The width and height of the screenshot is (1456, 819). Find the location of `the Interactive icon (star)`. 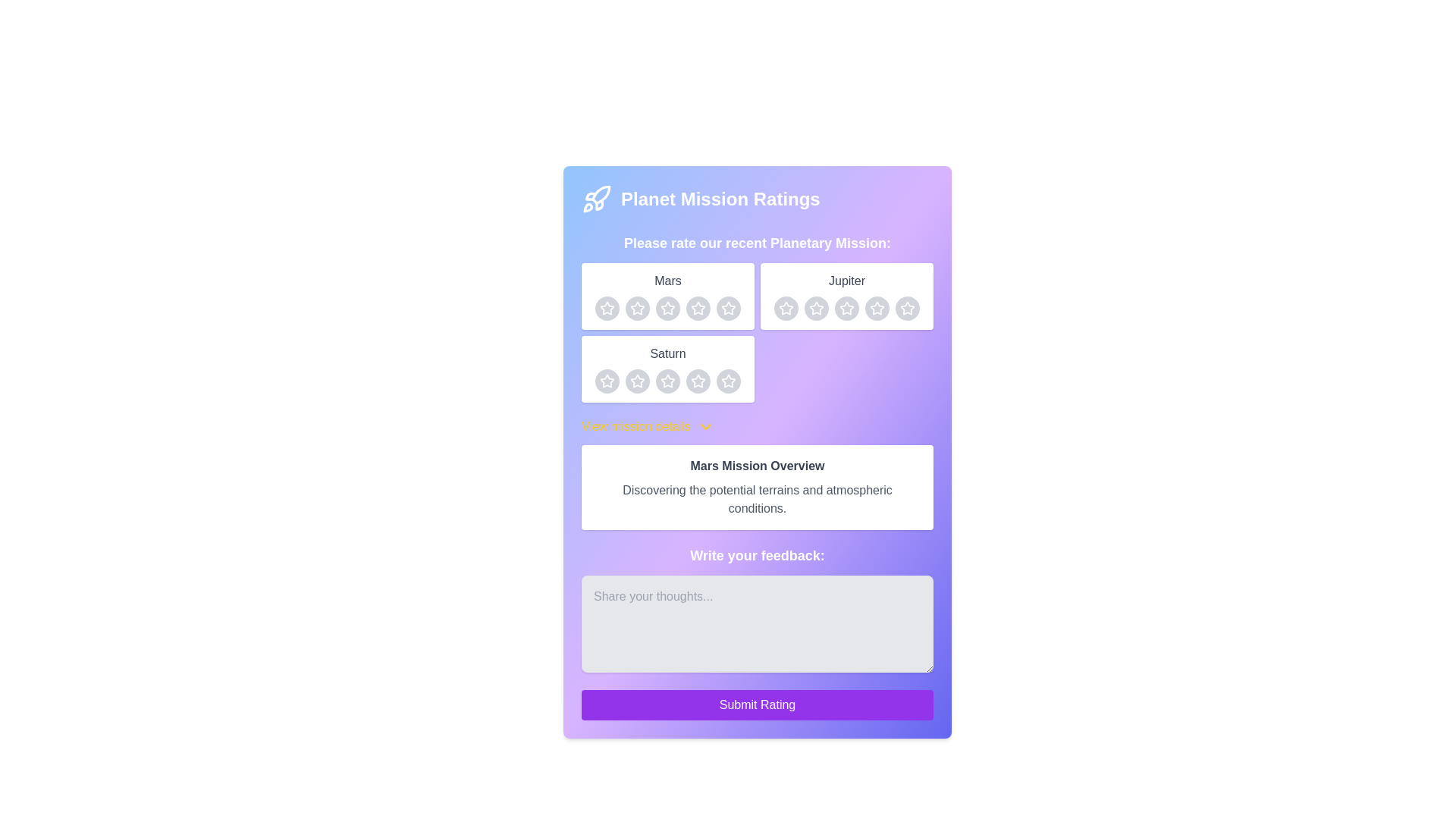

the Interactive icon (star) is located at coordinates (667, 308).